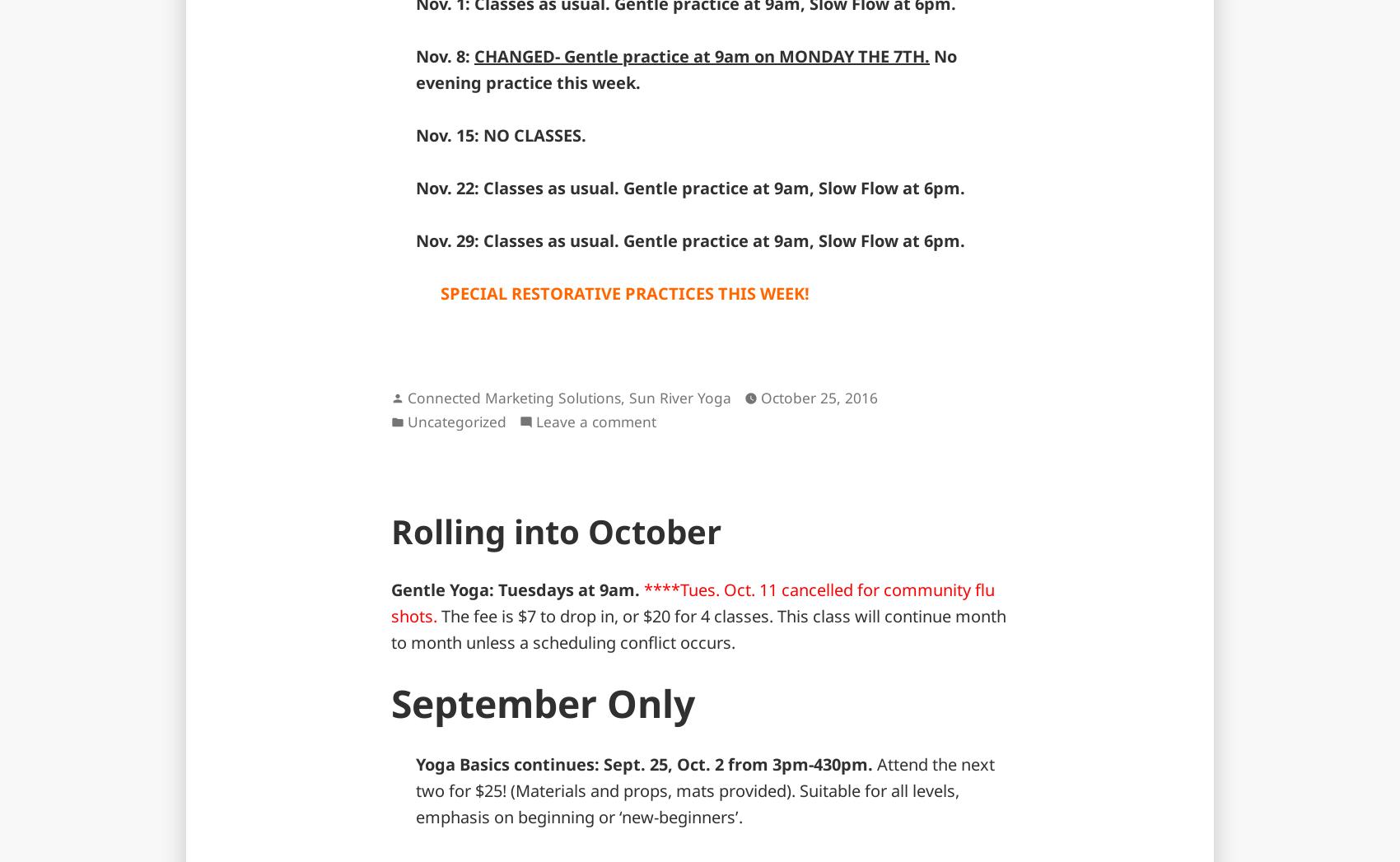  What do you see at coordinates (444, 55) in the screenshot?
I see `'Nov. 8:'` at bounding box center [444, 55].